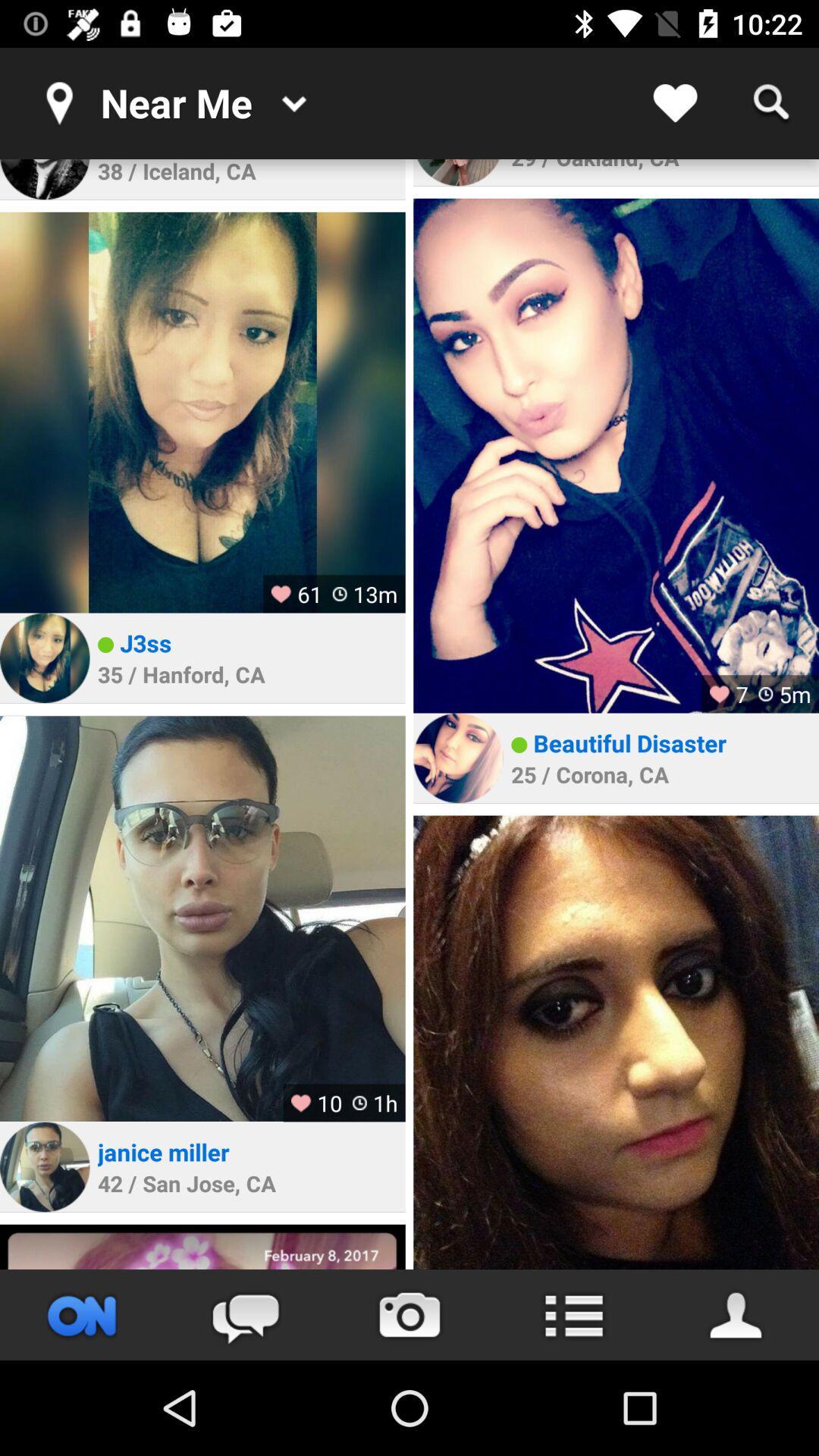 This screenshot has height=1456, width=819. I want to click on it is clickable click to see the option, so click(573, 1314).